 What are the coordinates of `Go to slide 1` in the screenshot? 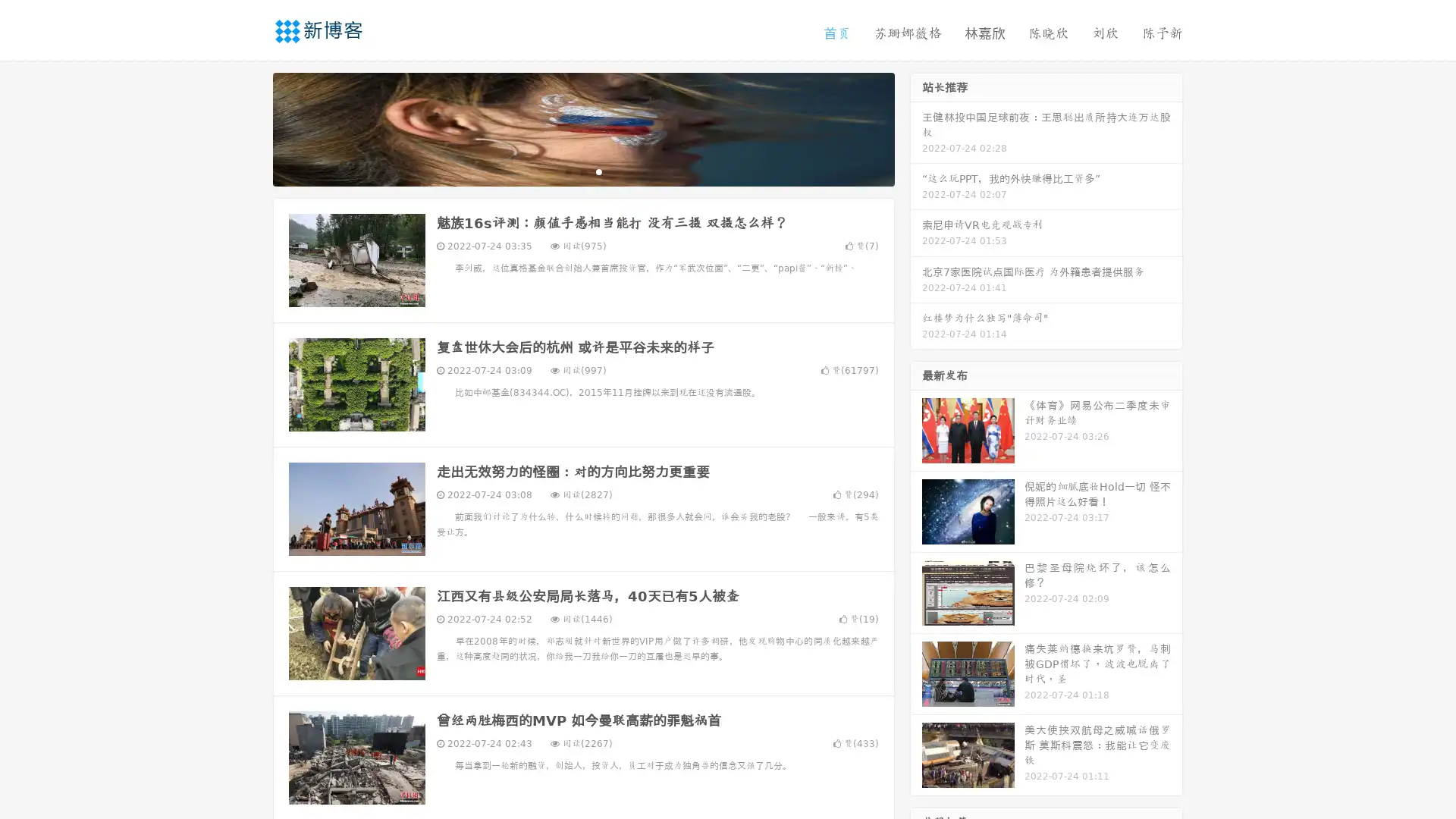 It's located at (567, 171).